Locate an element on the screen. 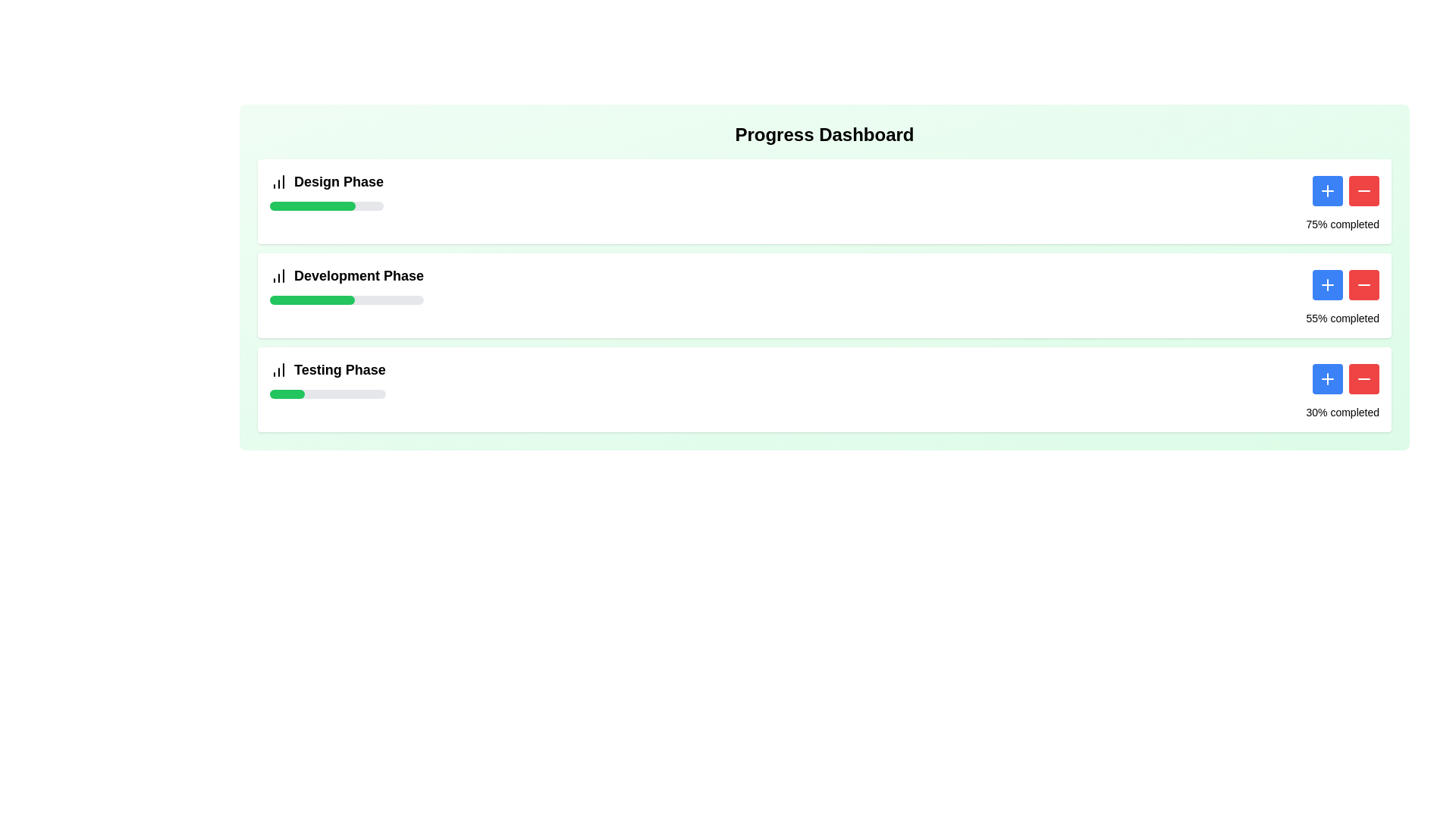 This screenshot has width=1456, height=819. the progress bar that visually represents the completion status of the 'Testing Phase', located below 'Testing Phase' and aligned horizontally is located at coordinates (327, 394).